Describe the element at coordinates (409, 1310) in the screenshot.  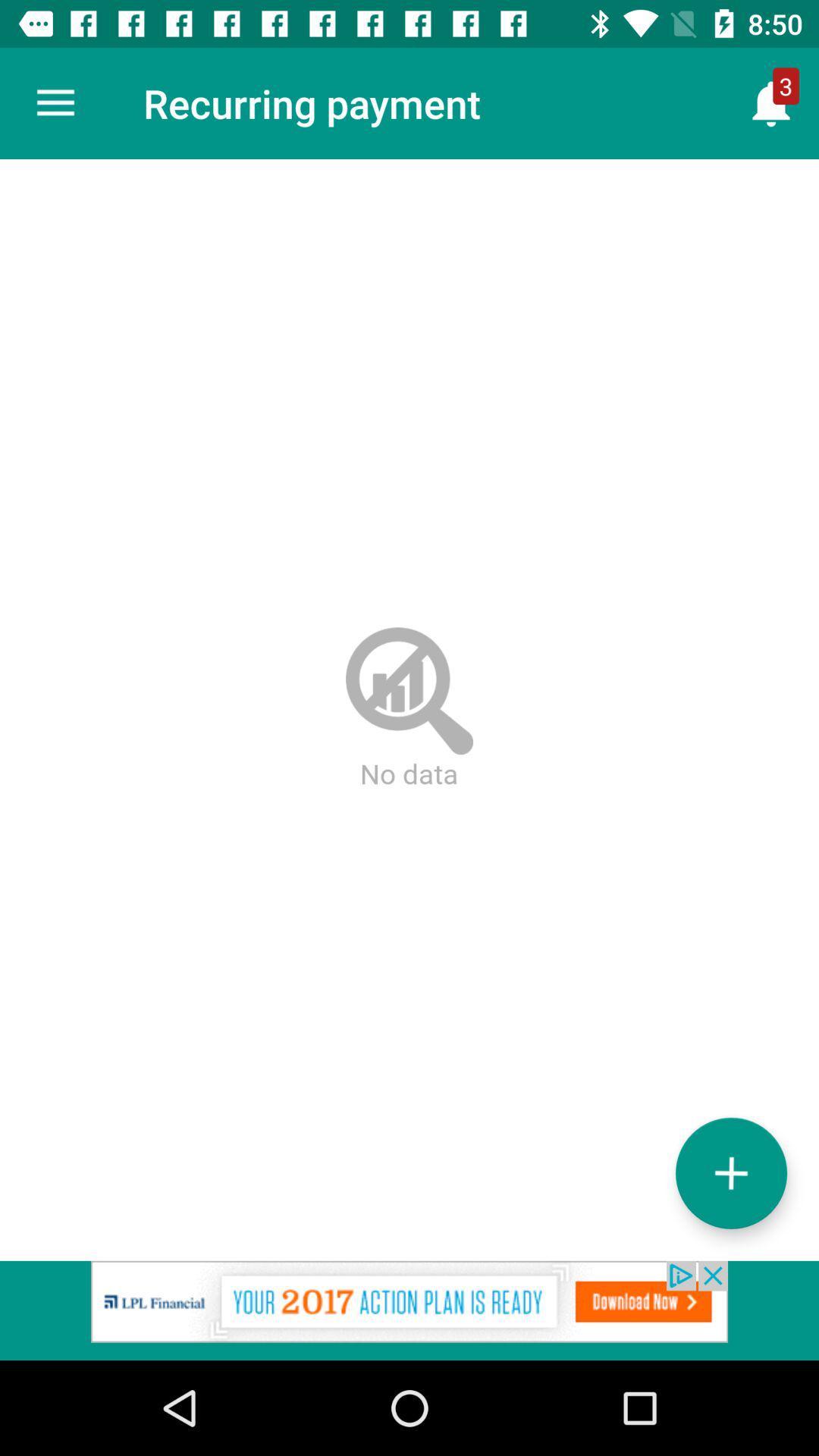
I see `advertisement banner` at that location.